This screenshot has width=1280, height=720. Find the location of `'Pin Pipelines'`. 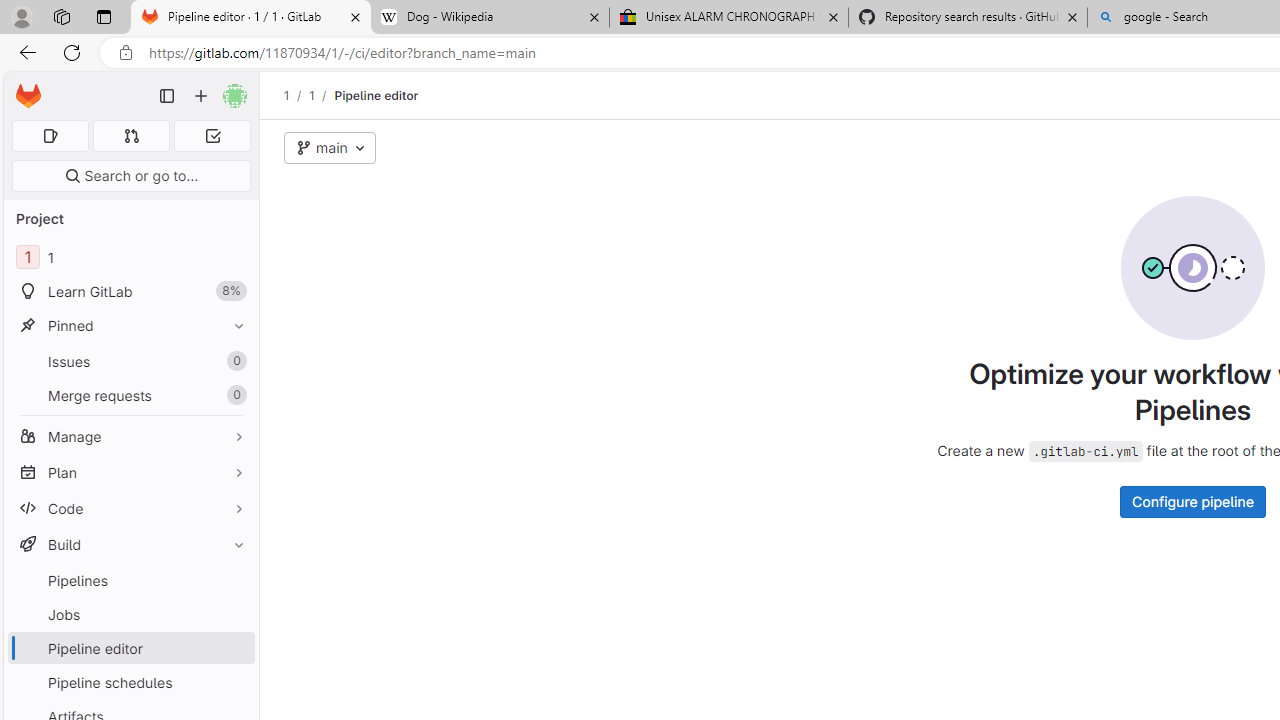

'Pin Pipelines' is located at coordinates (234, 580).